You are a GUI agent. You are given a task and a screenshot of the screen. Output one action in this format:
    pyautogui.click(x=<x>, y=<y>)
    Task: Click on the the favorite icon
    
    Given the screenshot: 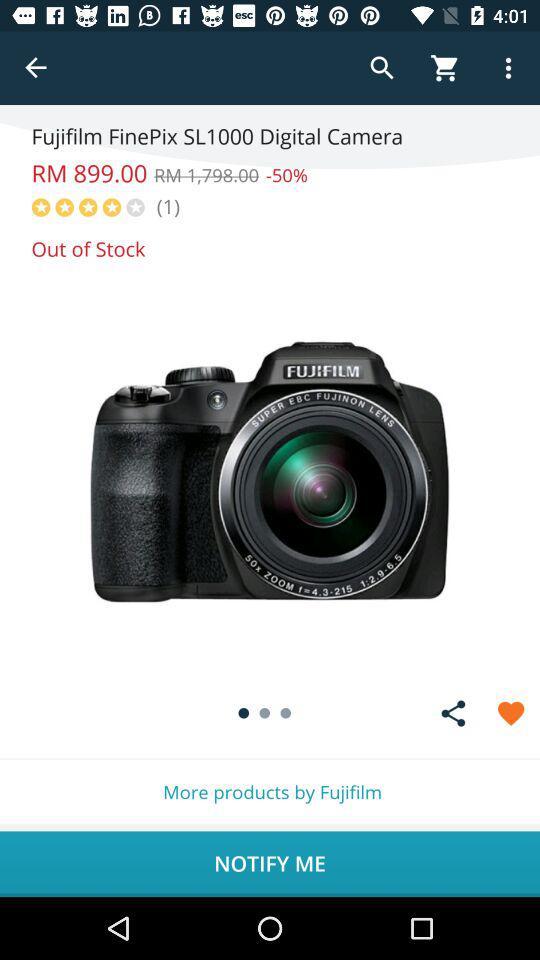 What is the action you would take?
    pyautogui.click(x=511, y=713)
    